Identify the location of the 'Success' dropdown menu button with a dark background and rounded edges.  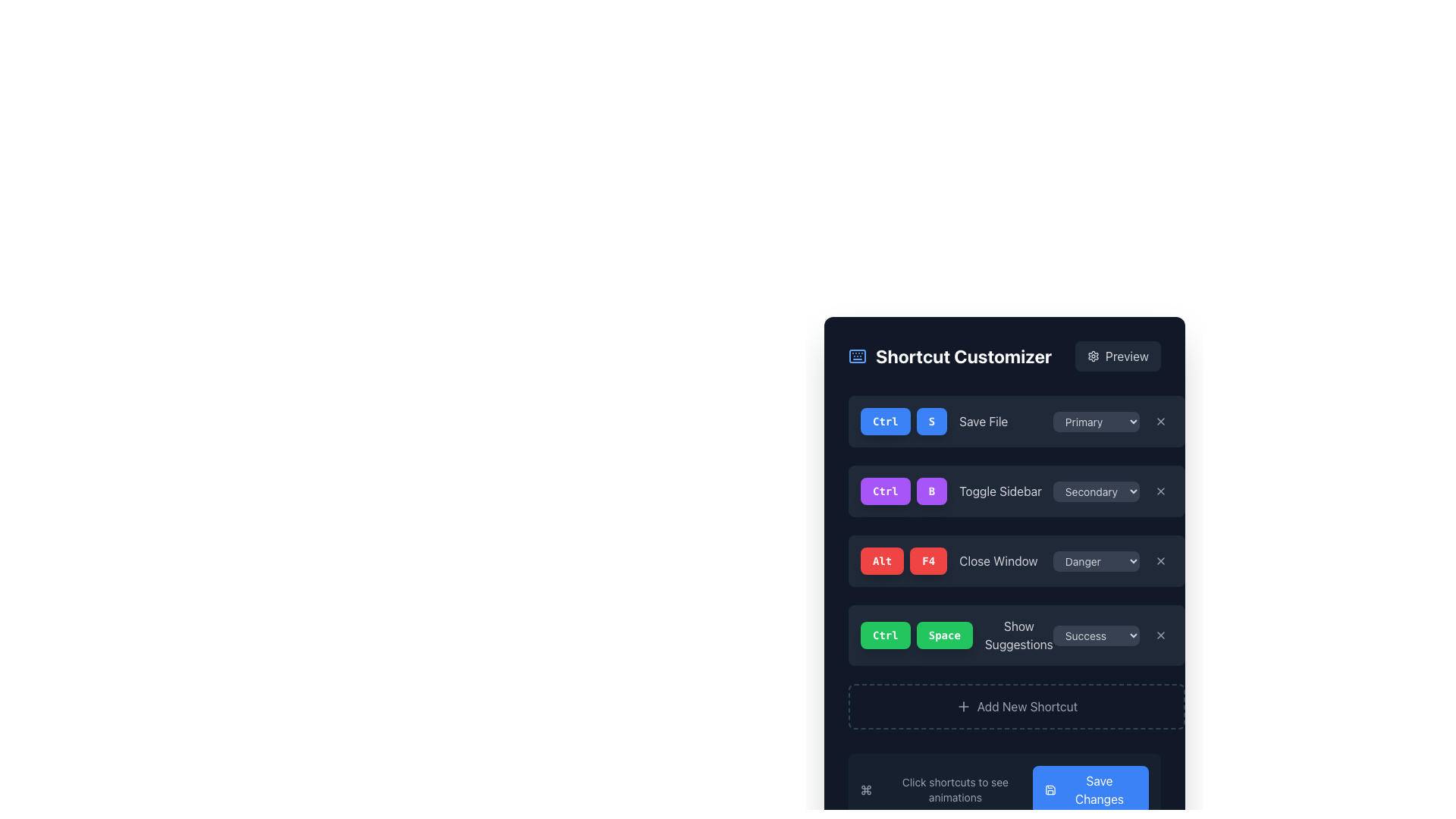
(1112, 635).